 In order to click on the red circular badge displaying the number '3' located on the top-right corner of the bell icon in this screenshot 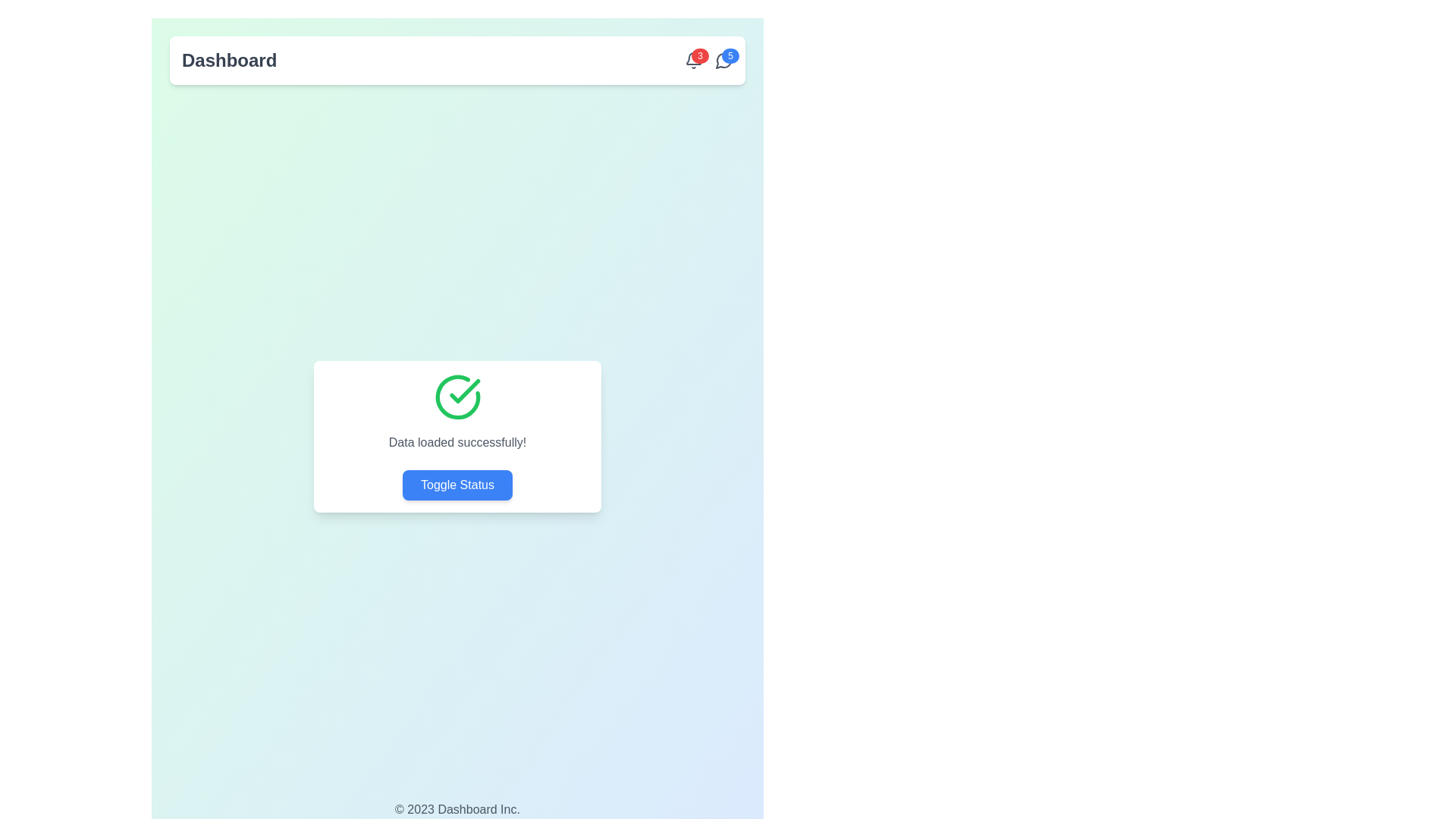, I will do `click(693, 60)`.